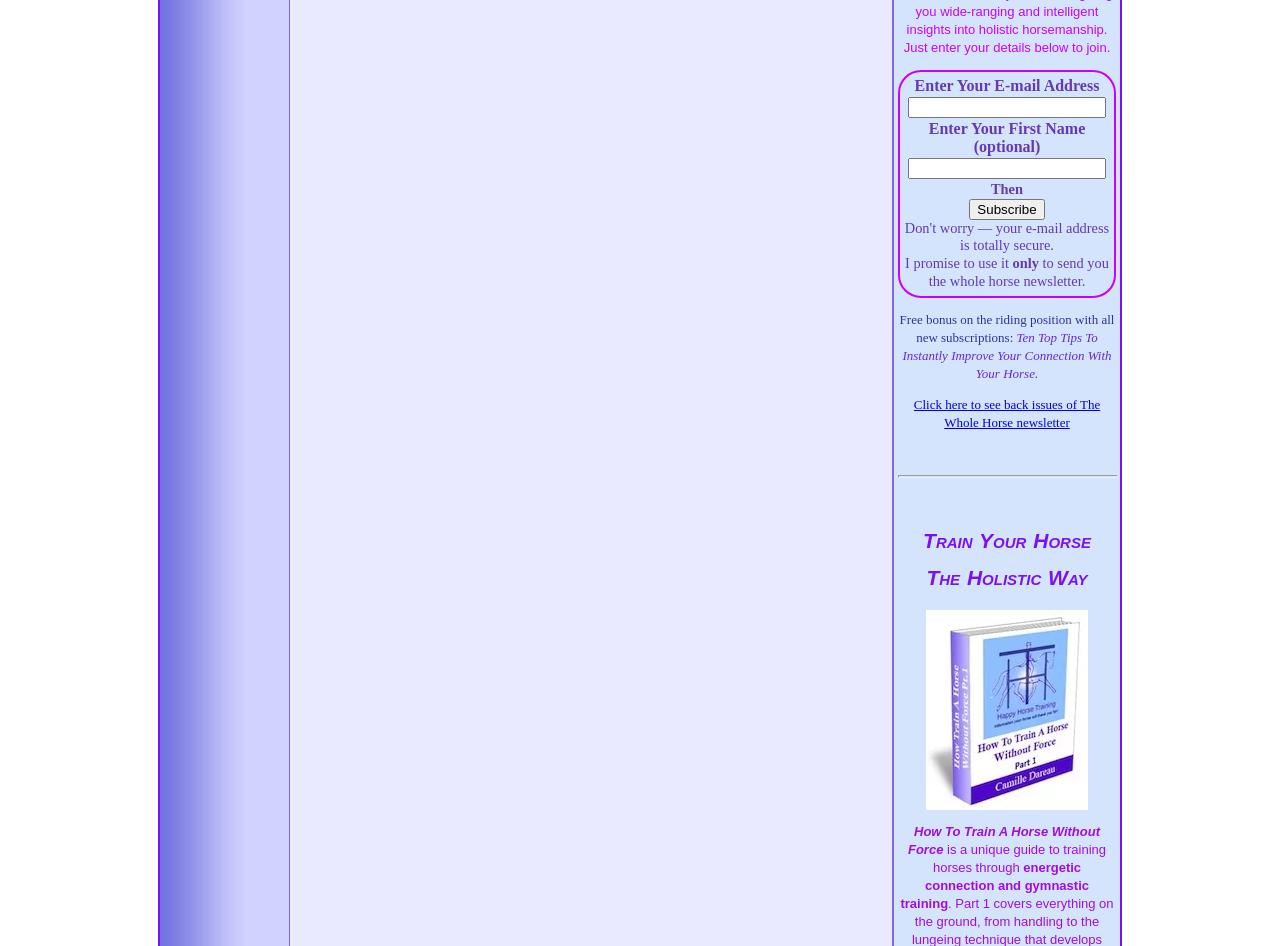 This screenshot has height=946, width=1280. Describe the element at coordinates (1006, 135) in the screenshot. I see `'Enter Your First Name (optional)'` at that location.